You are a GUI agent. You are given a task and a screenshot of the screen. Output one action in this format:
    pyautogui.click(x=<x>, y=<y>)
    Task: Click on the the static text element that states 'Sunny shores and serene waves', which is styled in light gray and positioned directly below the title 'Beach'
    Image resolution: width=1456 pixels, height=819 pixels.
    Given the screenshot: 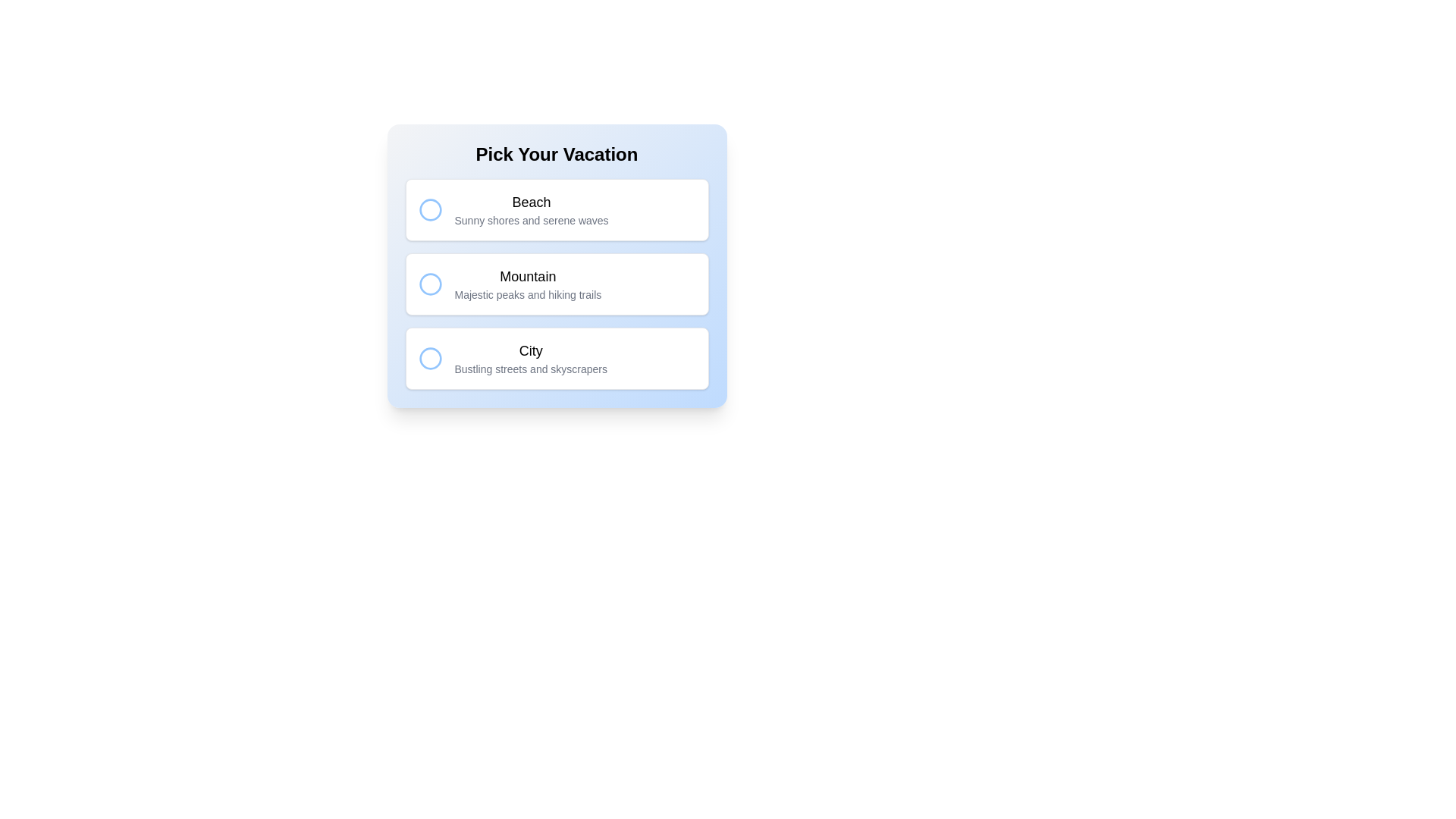 What is the action you would take?
    pyautogui.click(x=531, y=220)
    